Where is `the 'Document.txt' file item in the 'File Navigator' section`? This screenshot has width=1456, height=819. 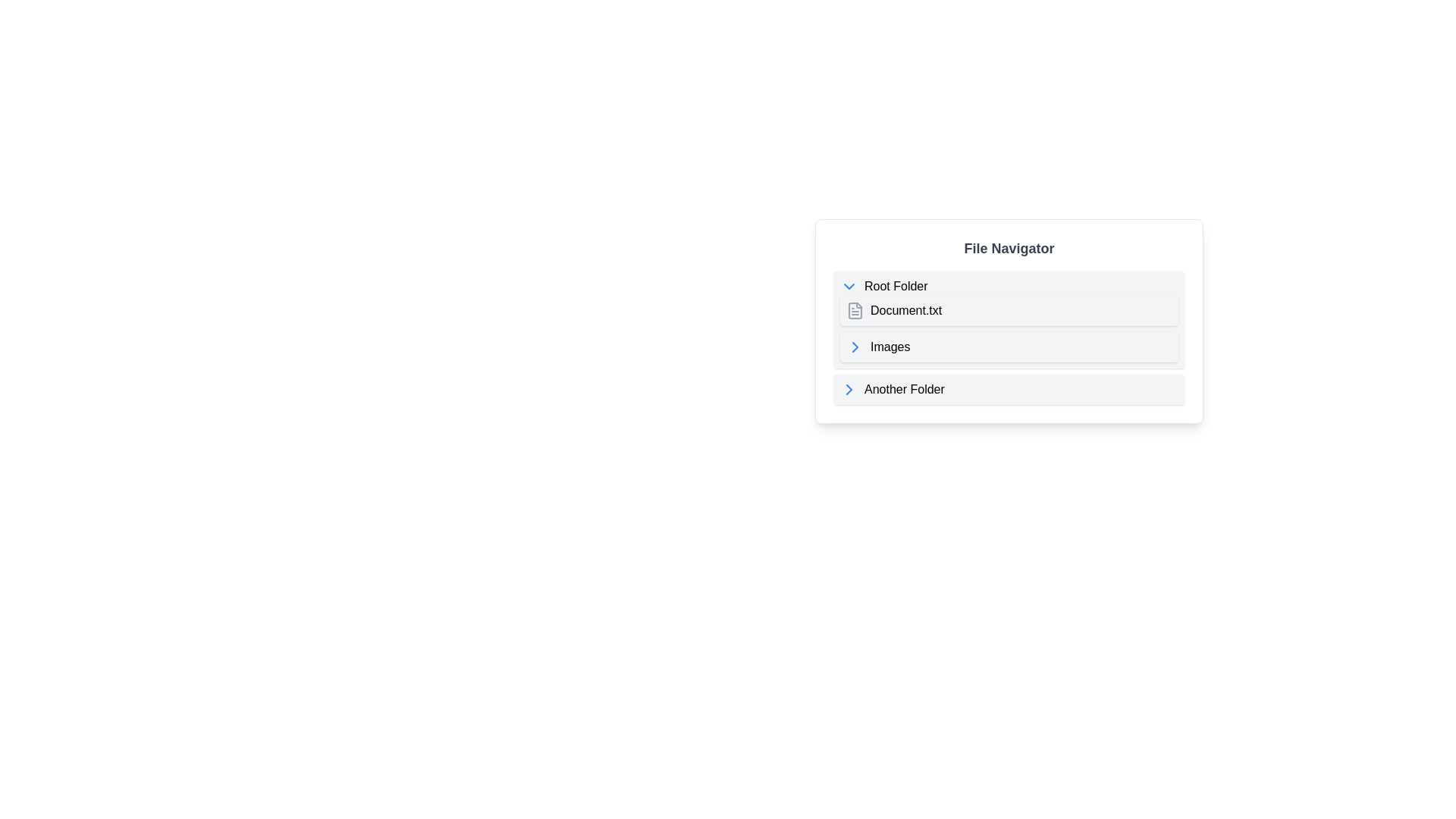
the 'Document.txt' file item in the 'File Navigator' section is located at coordinates (1009, 321).